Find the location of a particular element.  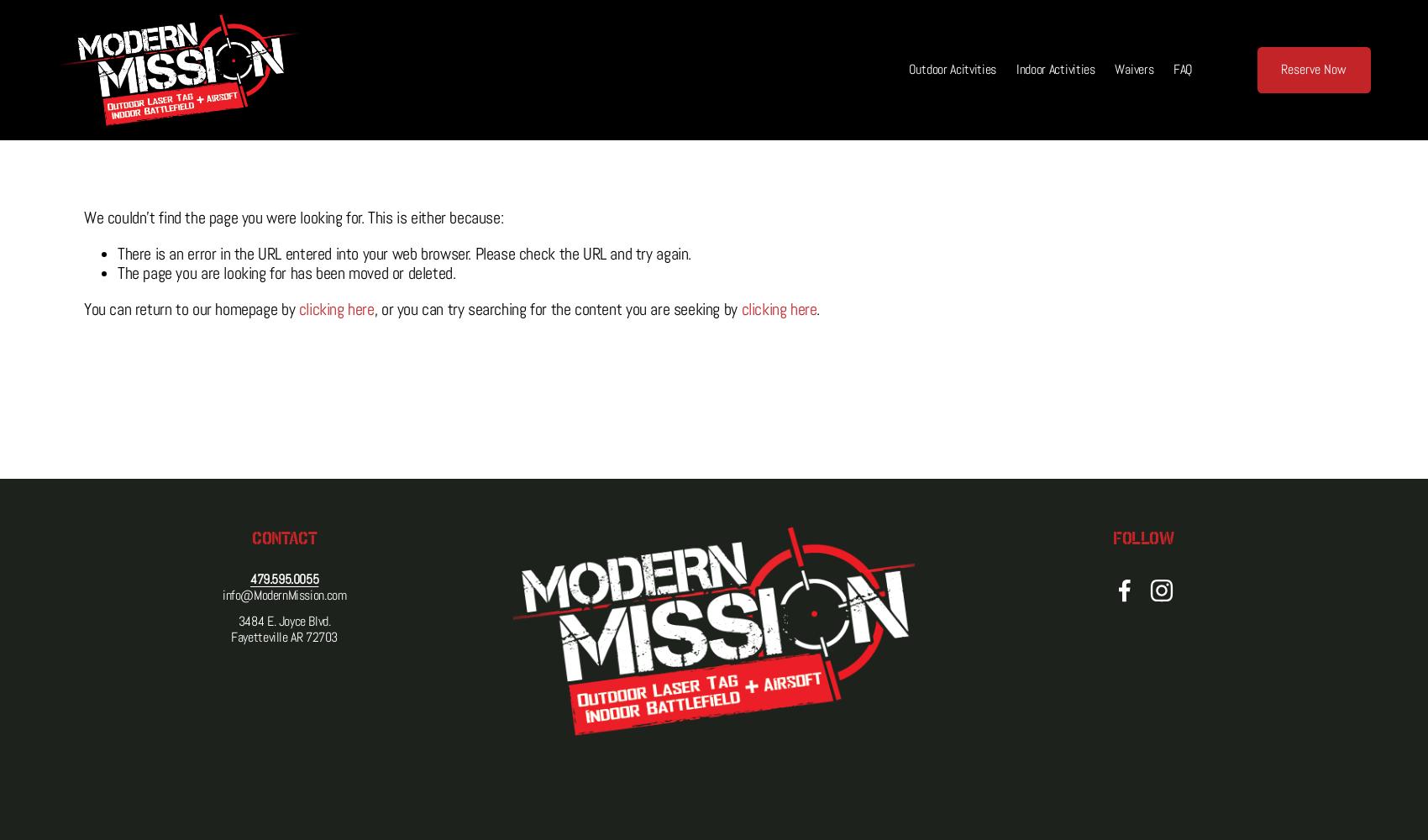

'The page you are looking for has been moved or deleted.' is located at coordinates (286, 272).